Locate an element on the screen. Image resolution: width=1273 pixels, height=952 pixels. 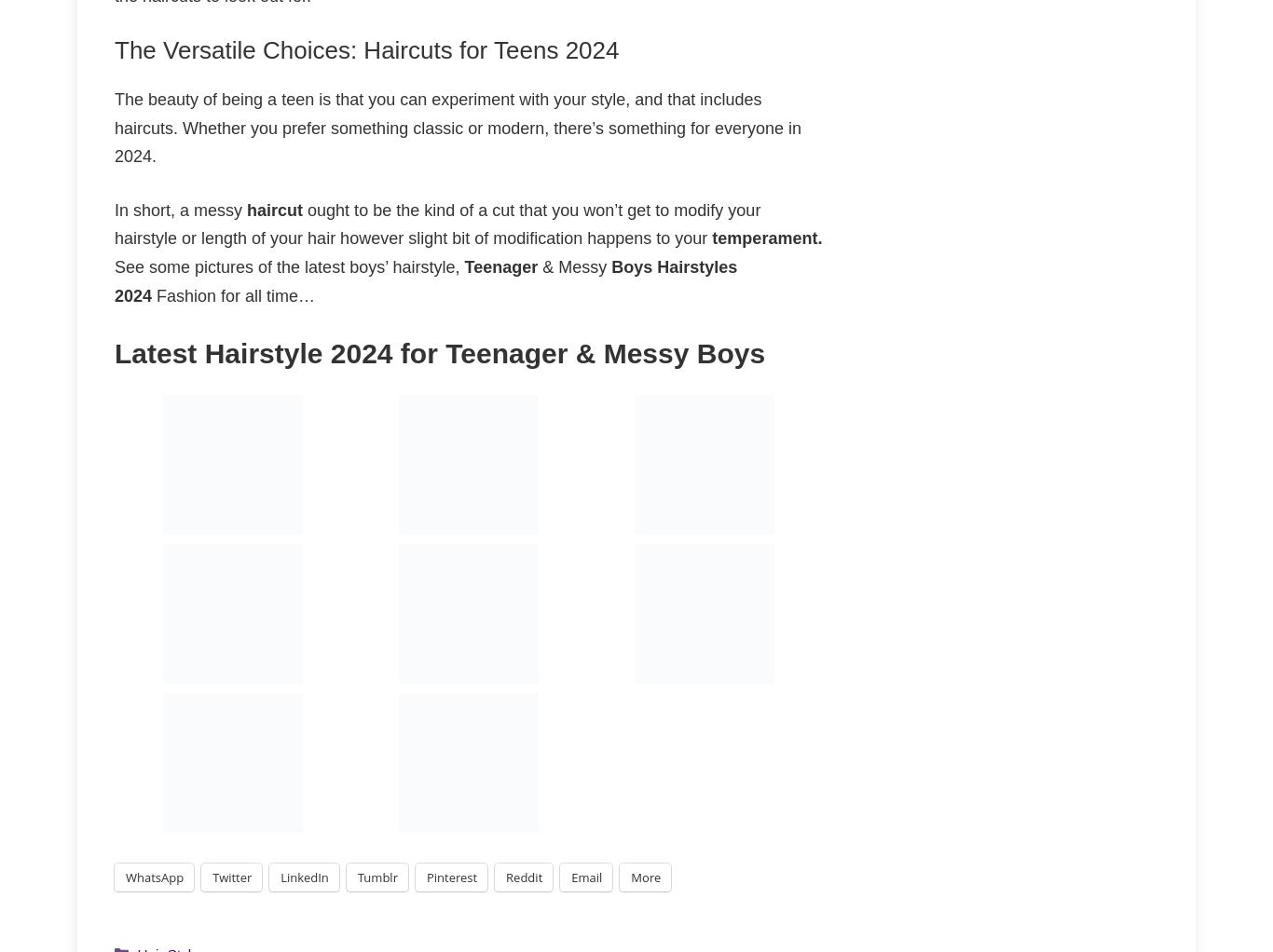
'The Versatile Choices: Haircuts for Teens 2024' is located at coordinates (365, 49).